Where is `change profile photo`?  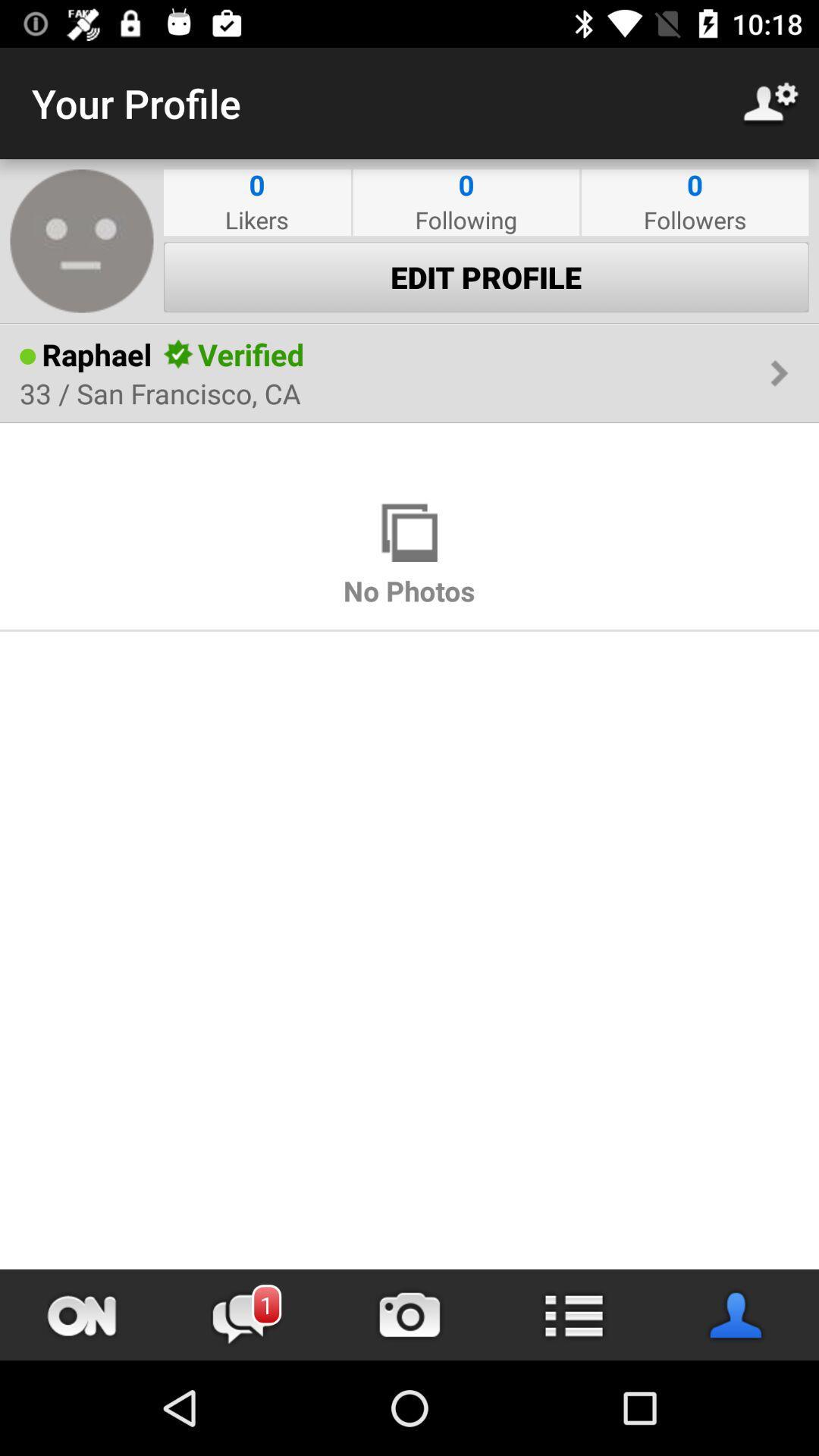 change profile photo is located at coordinates (82, 240).